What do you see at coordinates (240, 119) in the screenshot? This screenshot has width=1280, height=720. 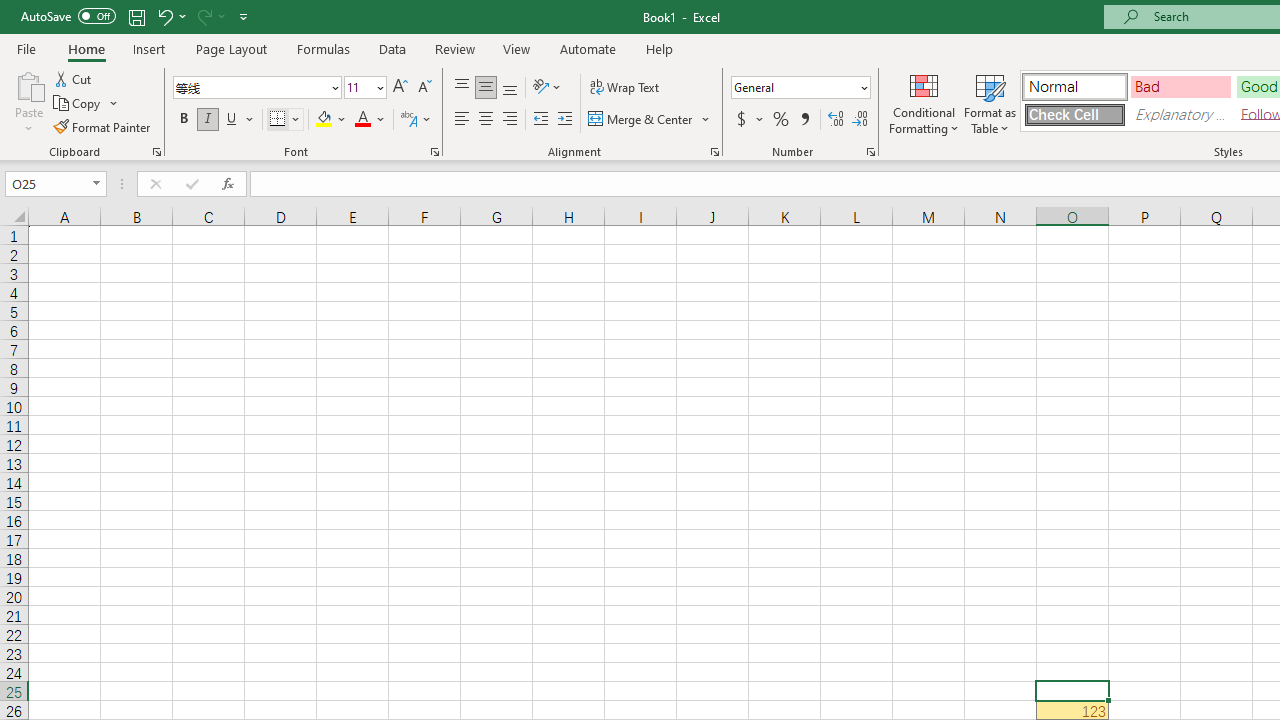 I see `'Underline'` at bounding box center [240, 119].